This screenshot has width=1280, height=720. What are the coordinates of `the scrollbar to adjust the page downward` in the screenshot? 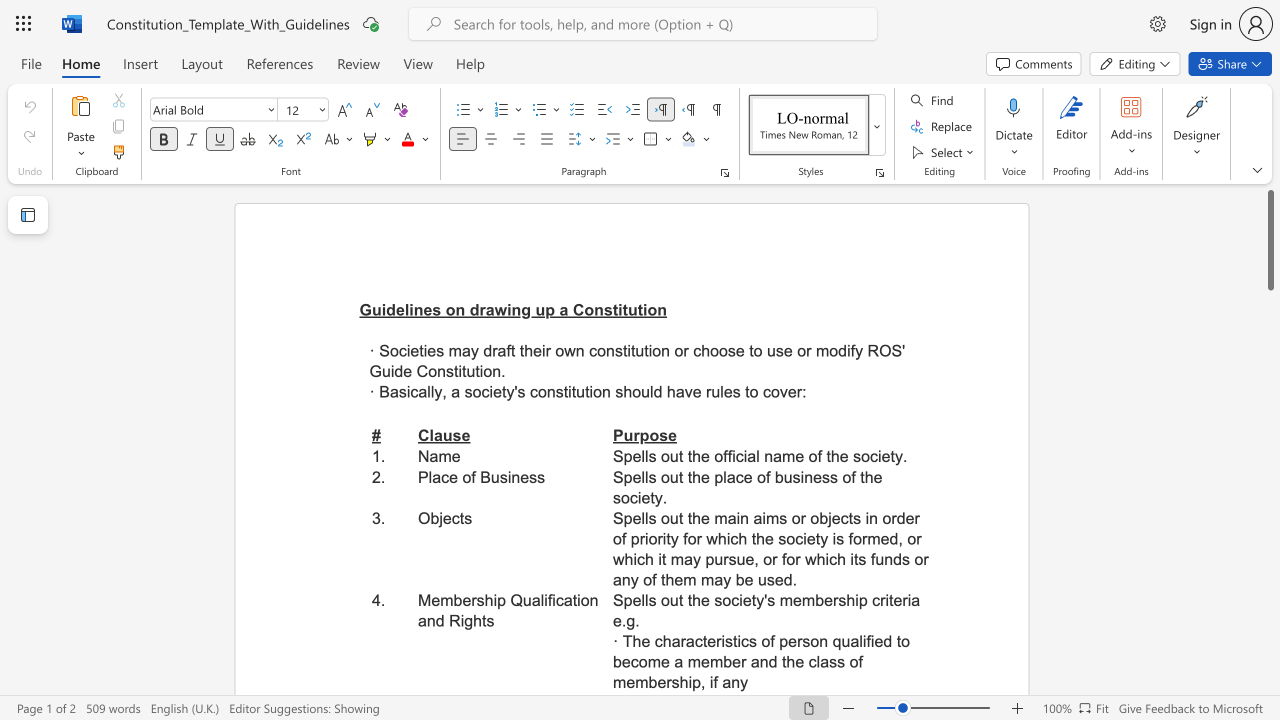 It's located at (1269, 460).